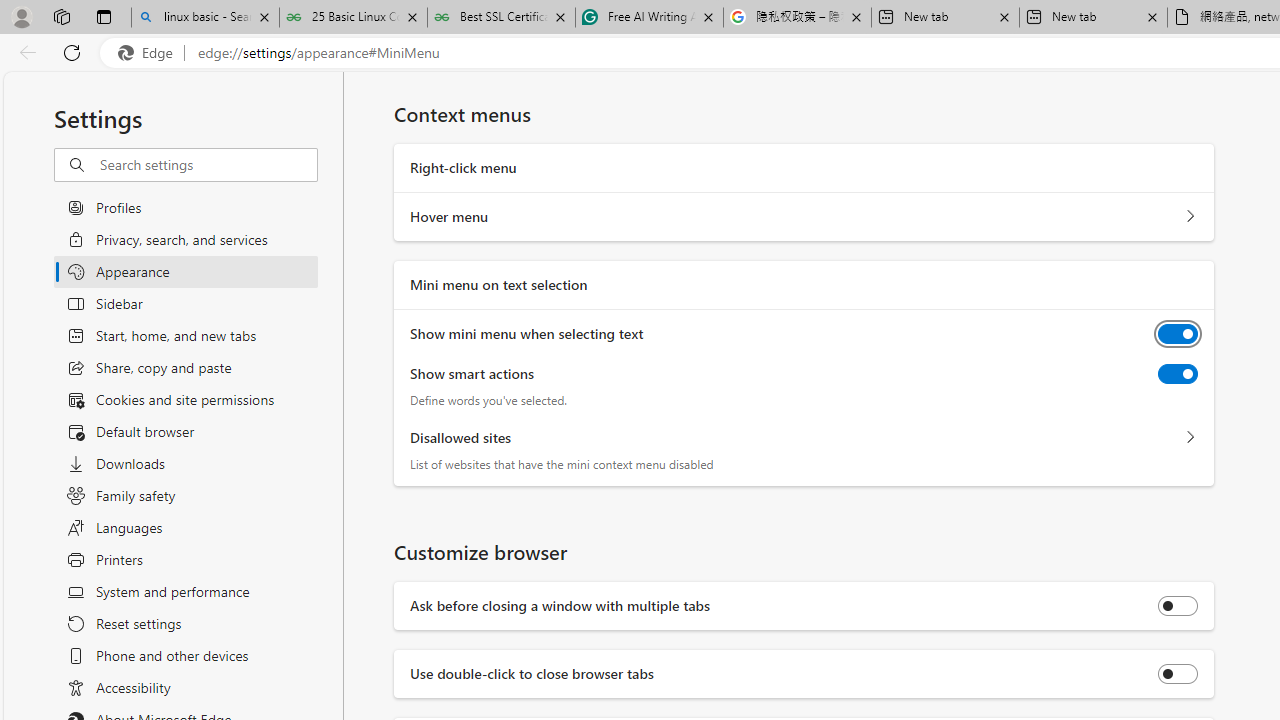 This screenshot has height=720, width=1280. Describe the element at coordinates (208, 164) in the screenshot. I see `'Search settings'` at that location.